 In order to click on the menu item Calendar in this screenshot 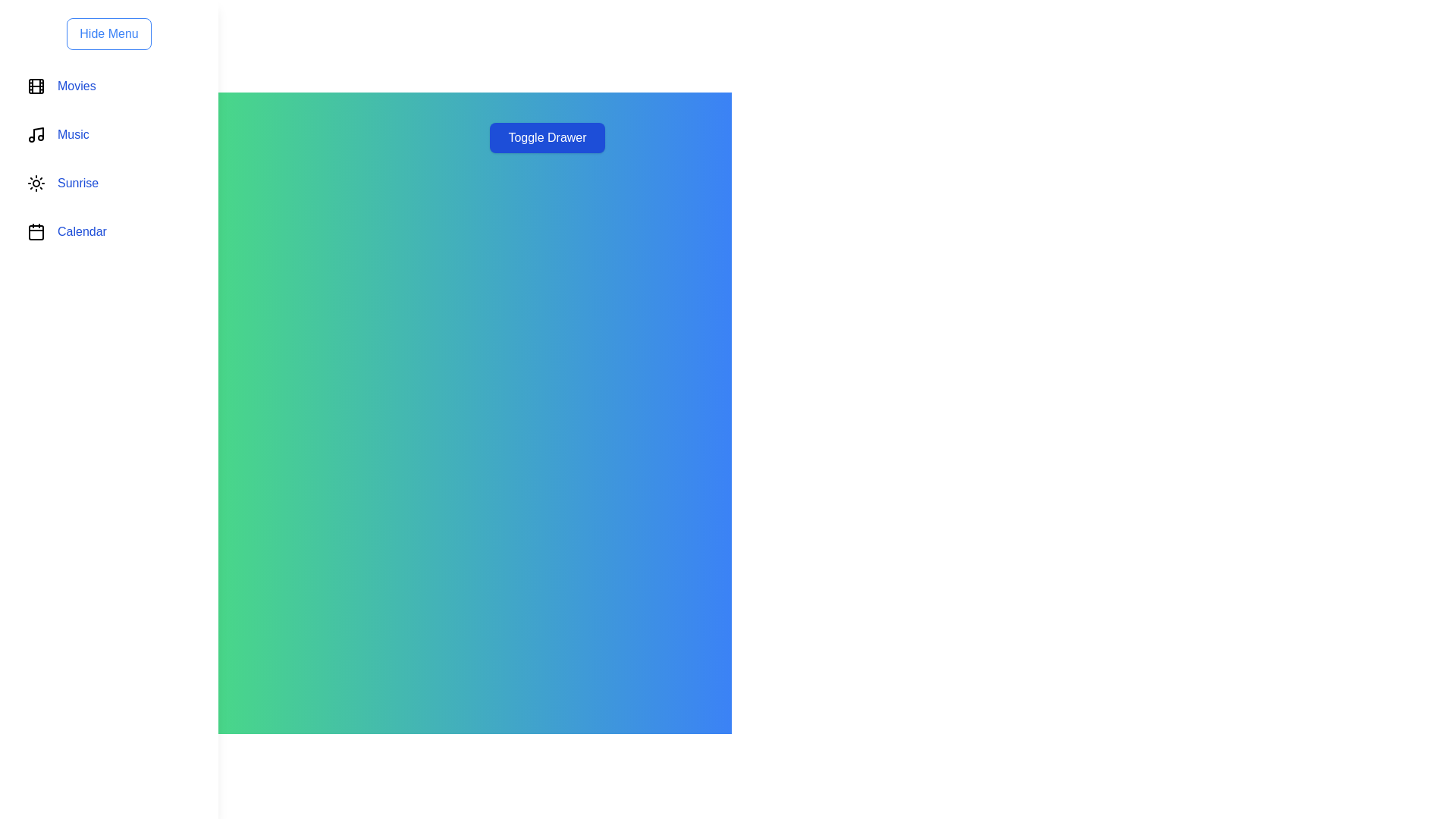, I will do `click(108, 231)`.